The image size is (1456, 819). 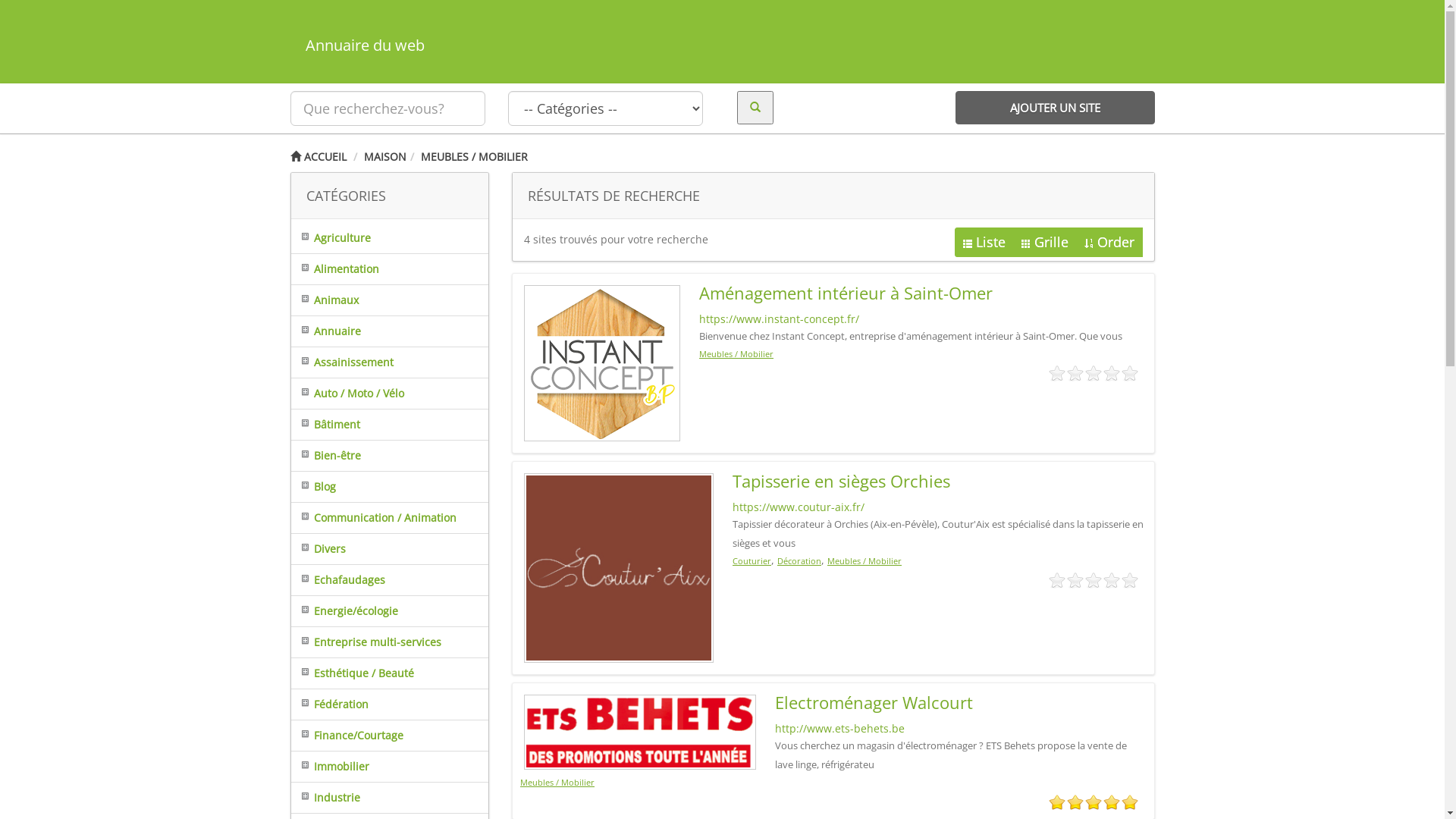 I want to click on 'Annuaire du web', so click(x=290, y=45).